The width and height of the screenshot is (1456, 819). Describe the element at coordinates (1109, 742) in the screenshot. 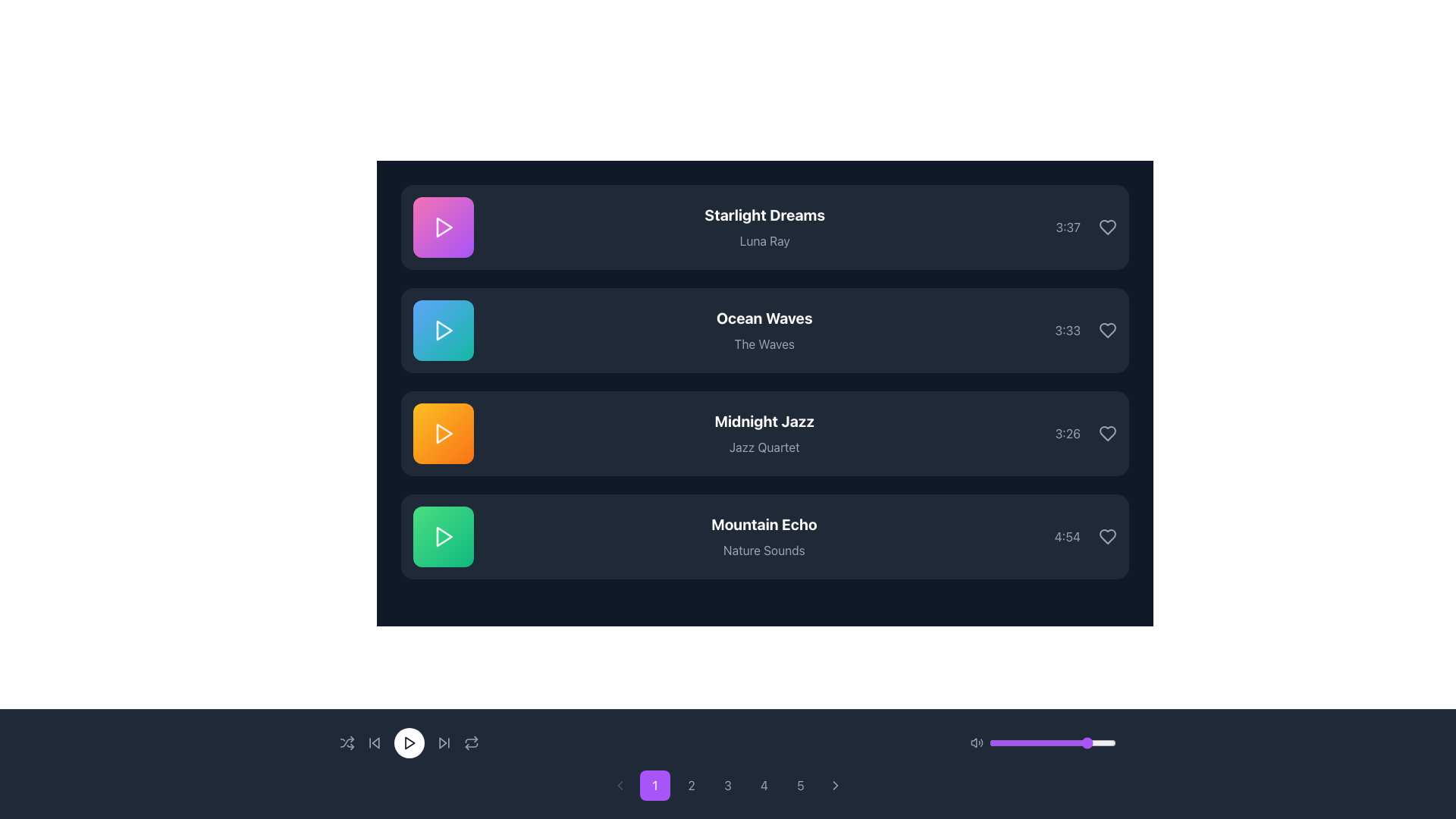

I see `the slider value` at that location.